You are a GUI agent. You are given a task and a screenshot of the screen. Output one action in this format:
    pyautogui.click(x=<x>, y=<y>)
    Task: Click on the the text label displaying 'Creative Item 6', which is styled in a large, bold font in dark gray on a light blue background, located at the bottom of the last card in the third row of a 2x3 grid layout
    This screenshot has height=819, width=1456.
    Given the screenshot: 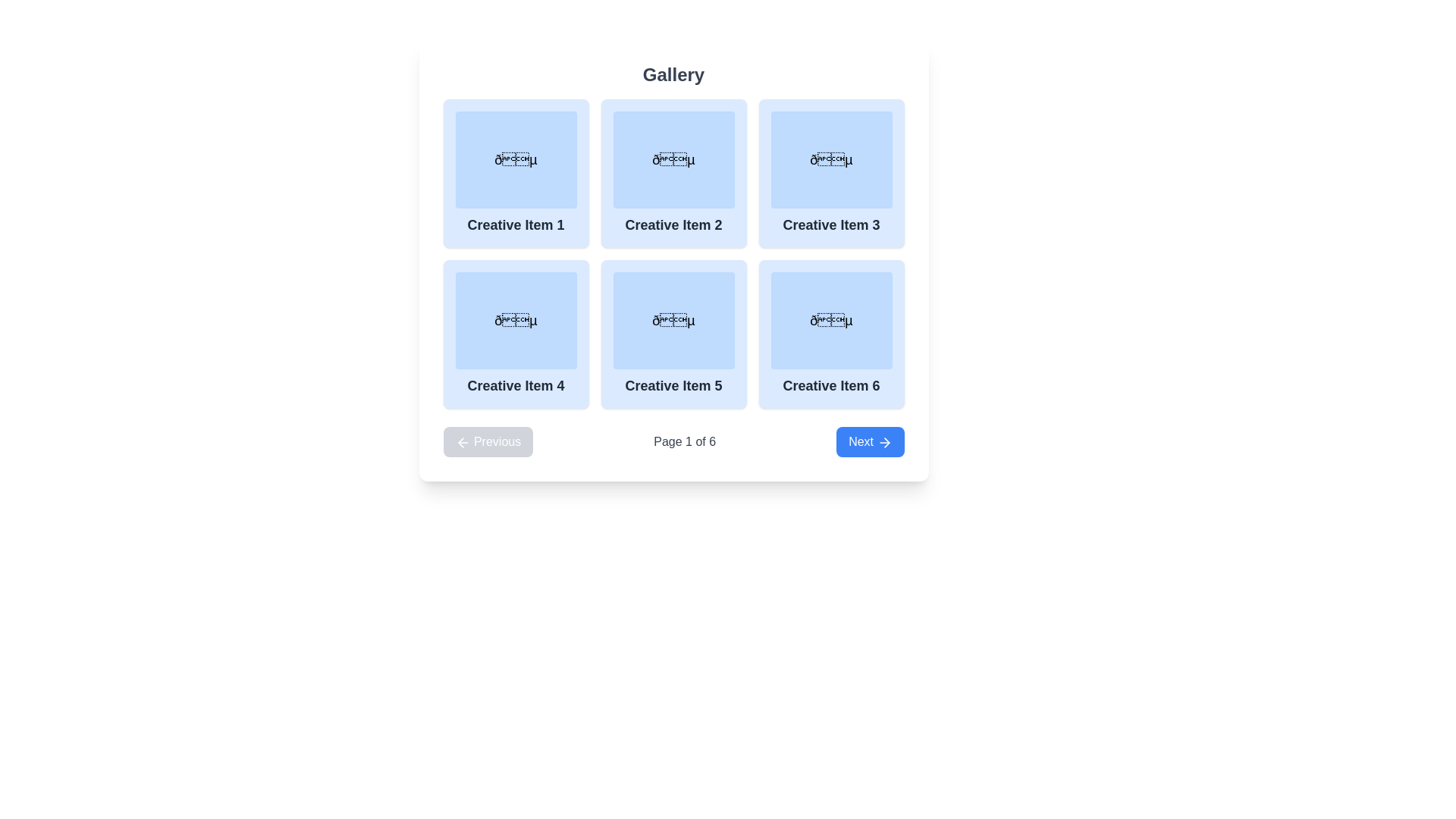 What is the action you would take?
    pyautogui.click(x=830, y=385)
    